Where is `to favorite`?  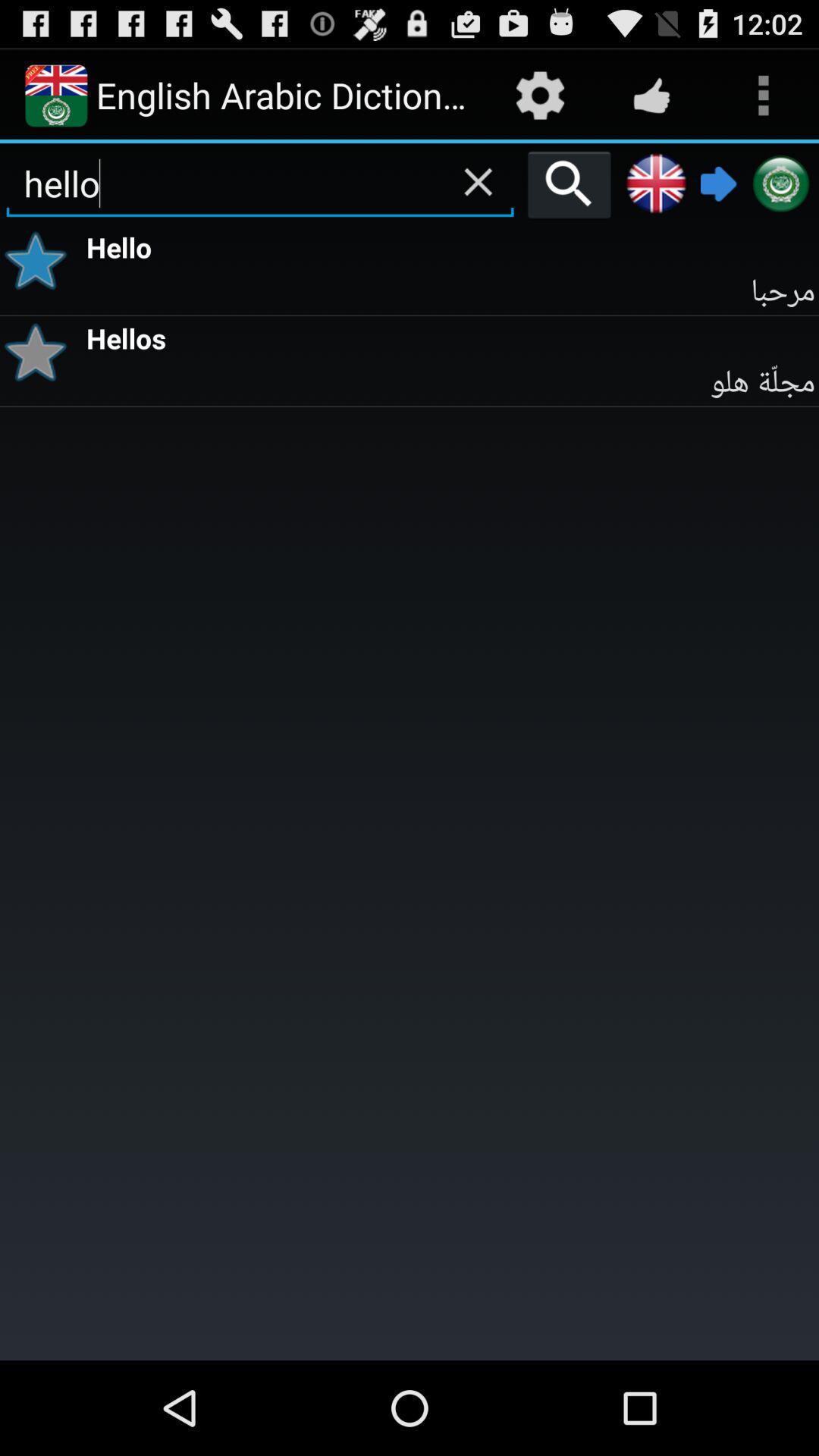
to favorite is located at coordinates (40, 351).